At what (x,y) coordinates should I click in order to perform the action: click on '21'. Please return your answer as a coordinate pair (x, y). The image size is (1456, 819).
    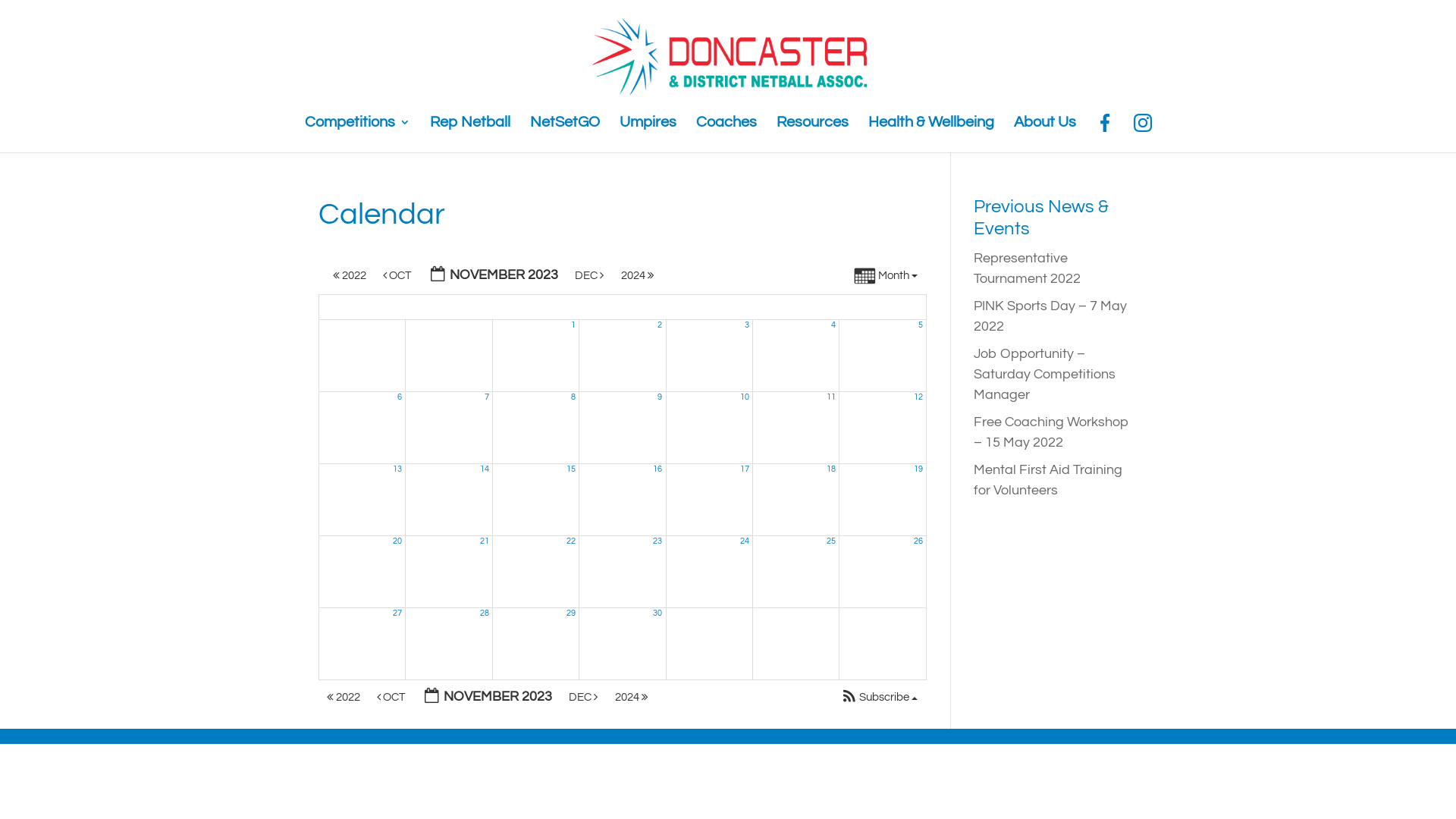
    Looking at the image, I should click on (483, 540).